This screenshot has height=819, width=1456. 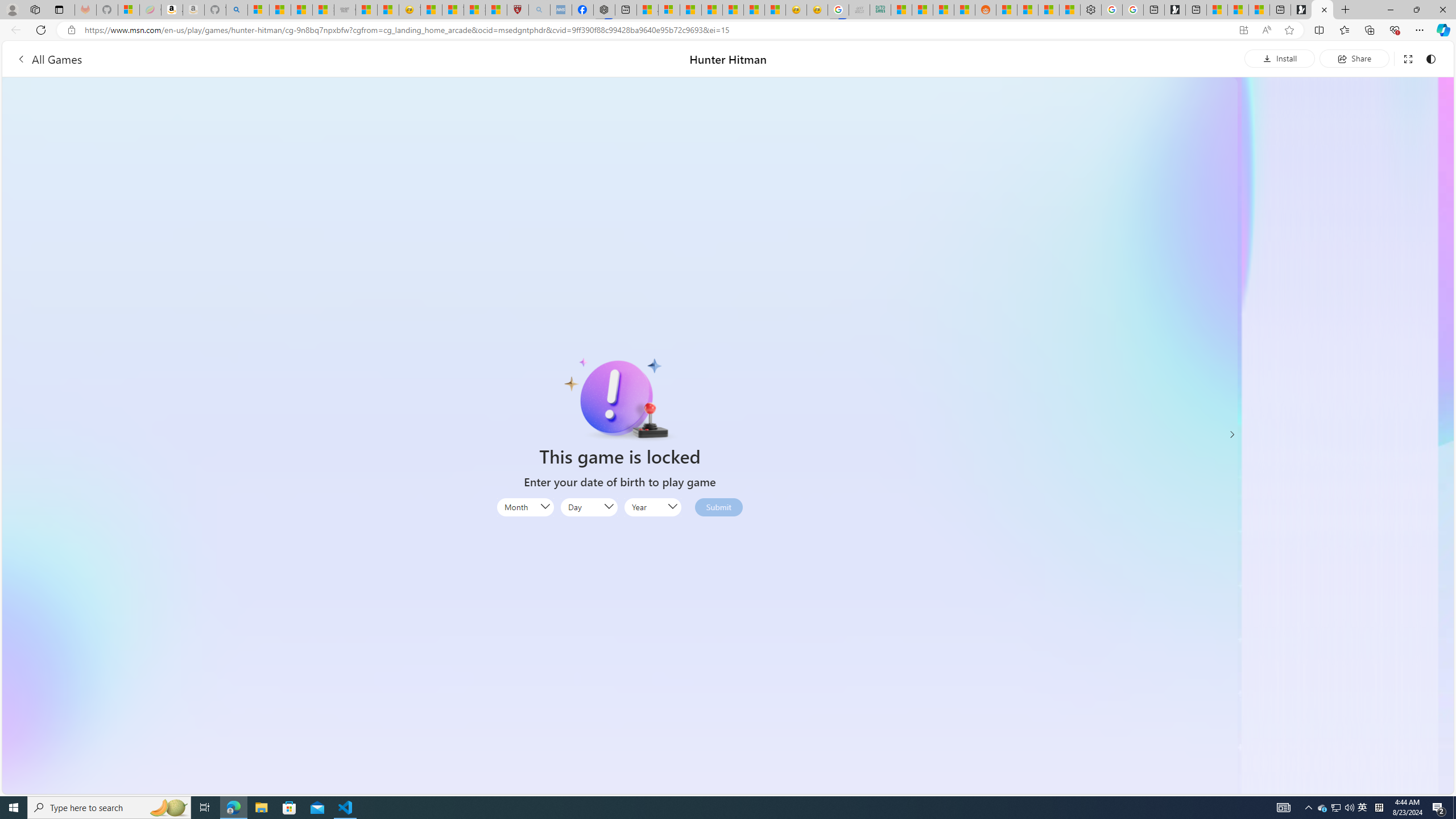 I want to click on 'These 3 Stocks Pay You More Than 5% to Own Them', so click(x=1259, y=9).